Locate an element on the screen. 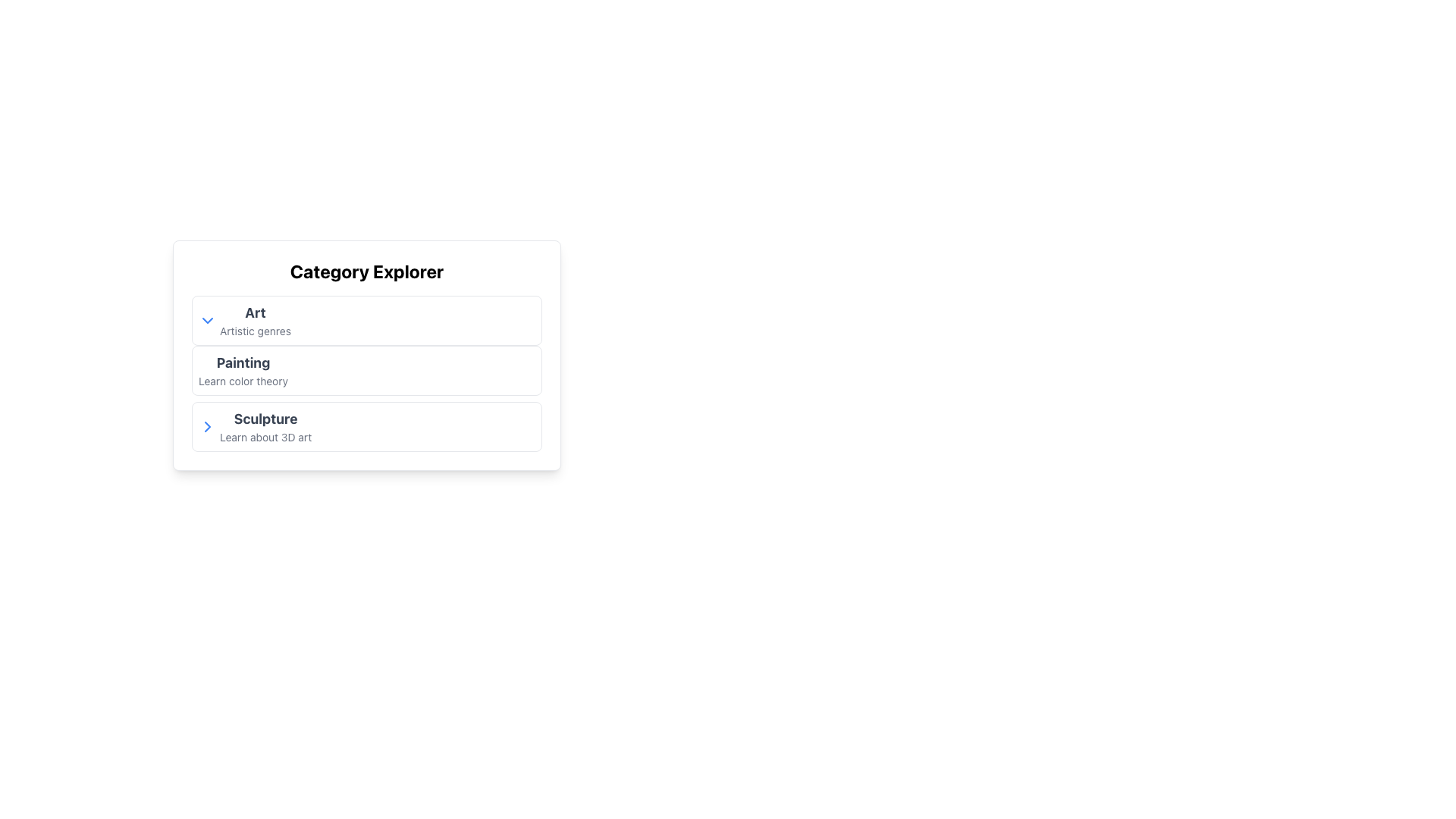  the icon located to the far left of the 'Art' category is located at coordinates (206, 320).